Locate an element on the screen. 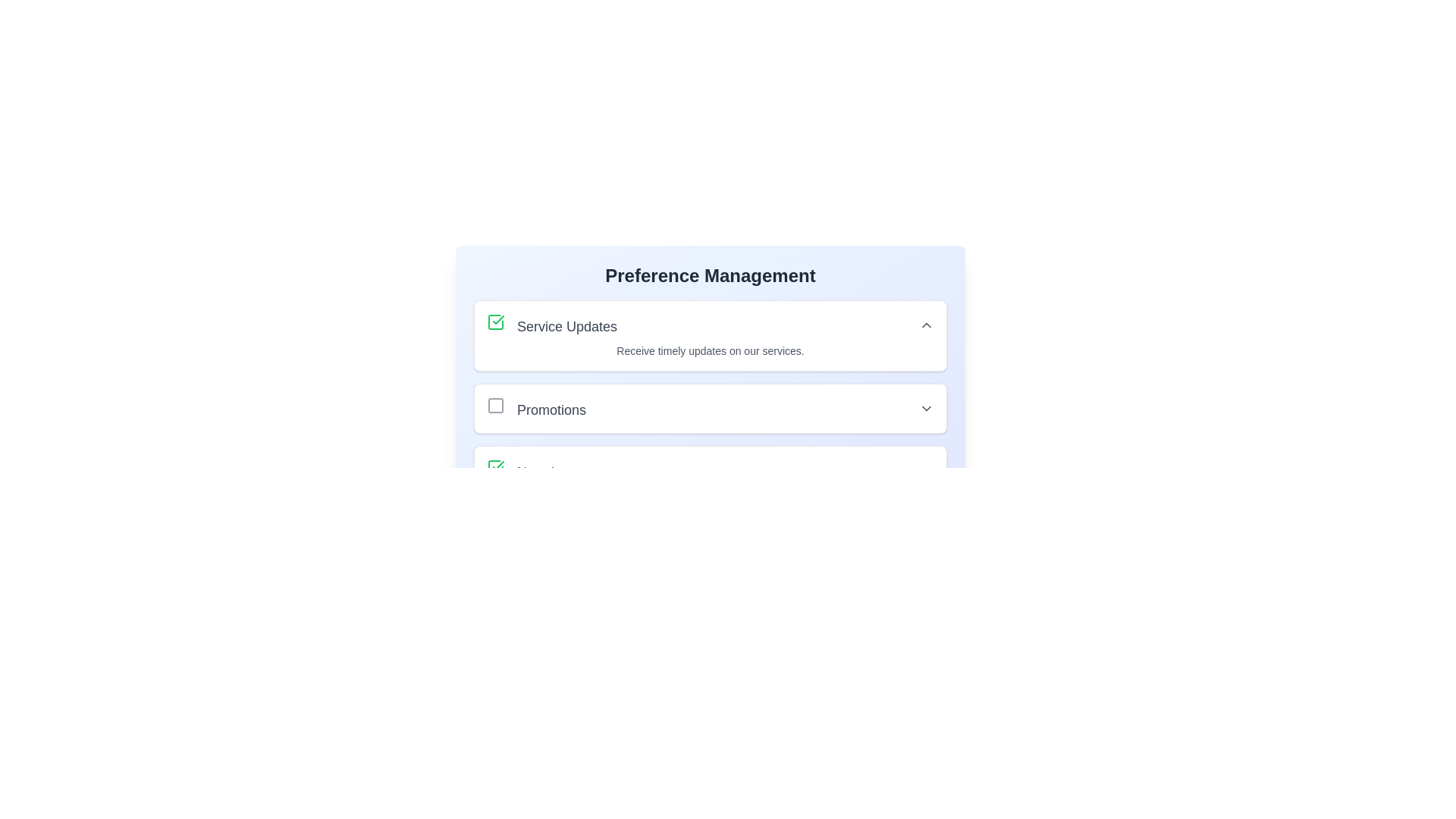 The height and width of the screenshot is (819, 1456). the downward-pointing arrow icon located in the 'Promotions' section is located at coordinates (926, 408).